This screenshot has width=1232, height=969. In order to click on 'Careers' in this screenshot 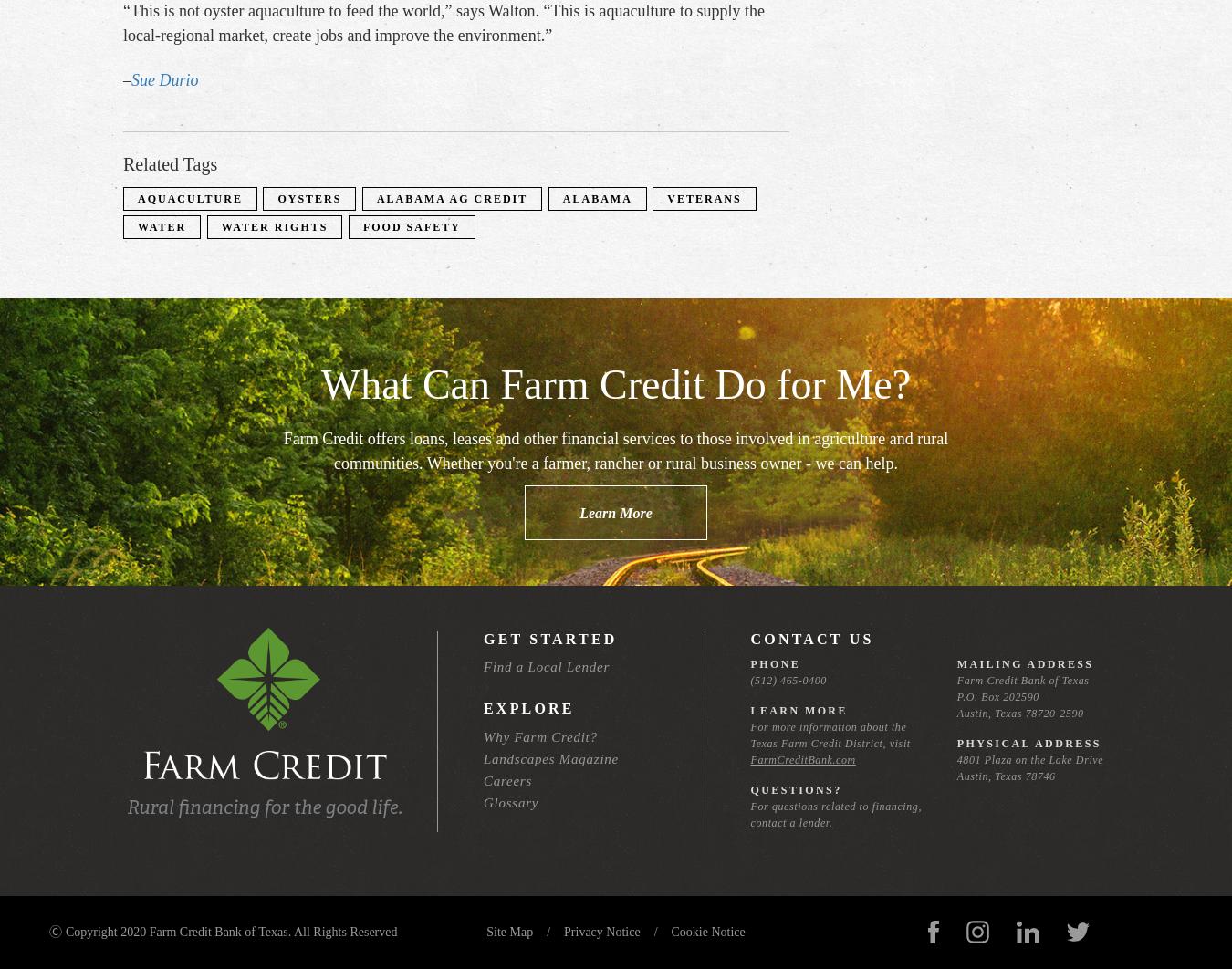, I will do `click(506, 779)`.